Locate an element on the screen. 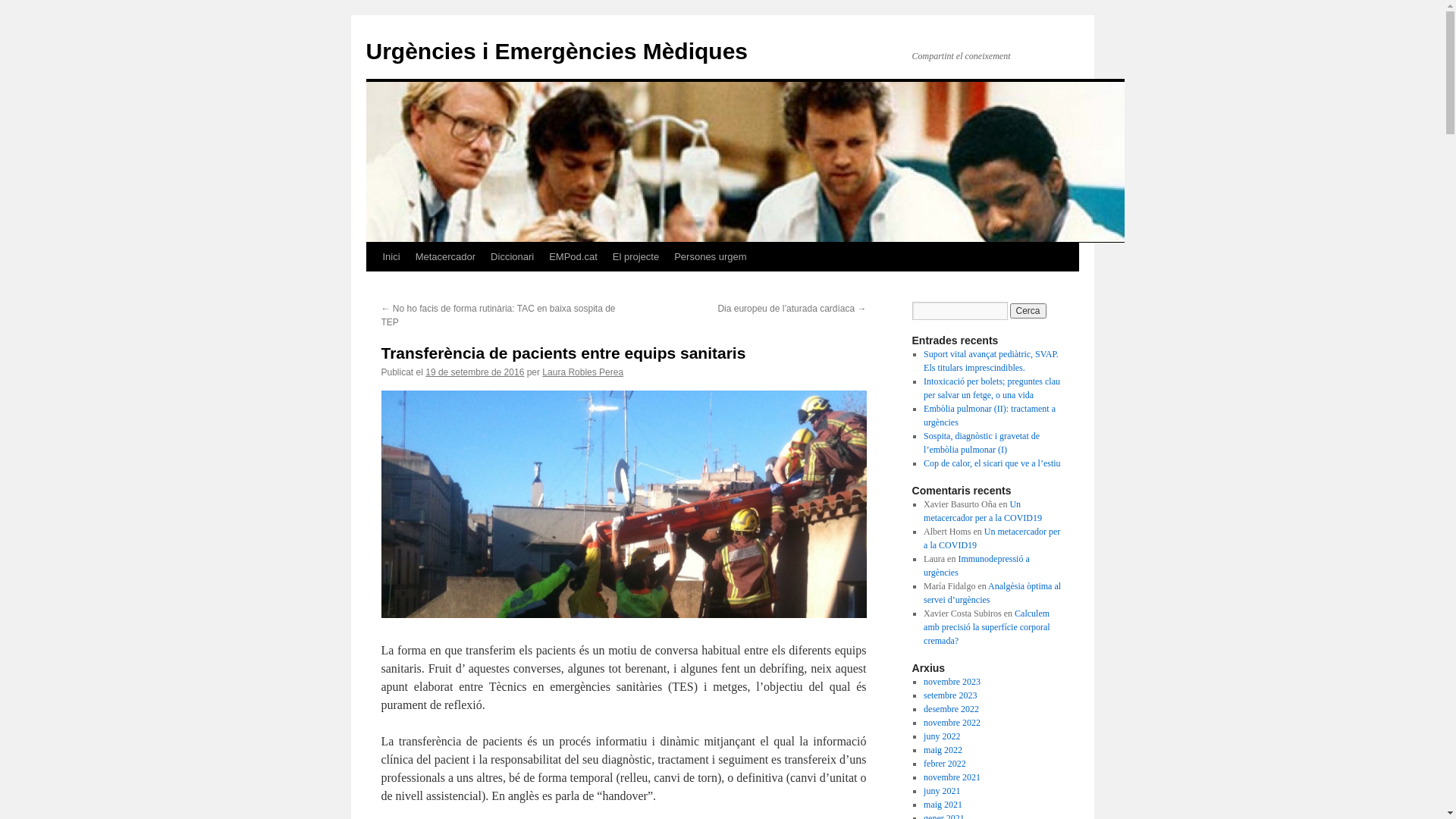  'maig 2022' is located at coordinates (923, 748).